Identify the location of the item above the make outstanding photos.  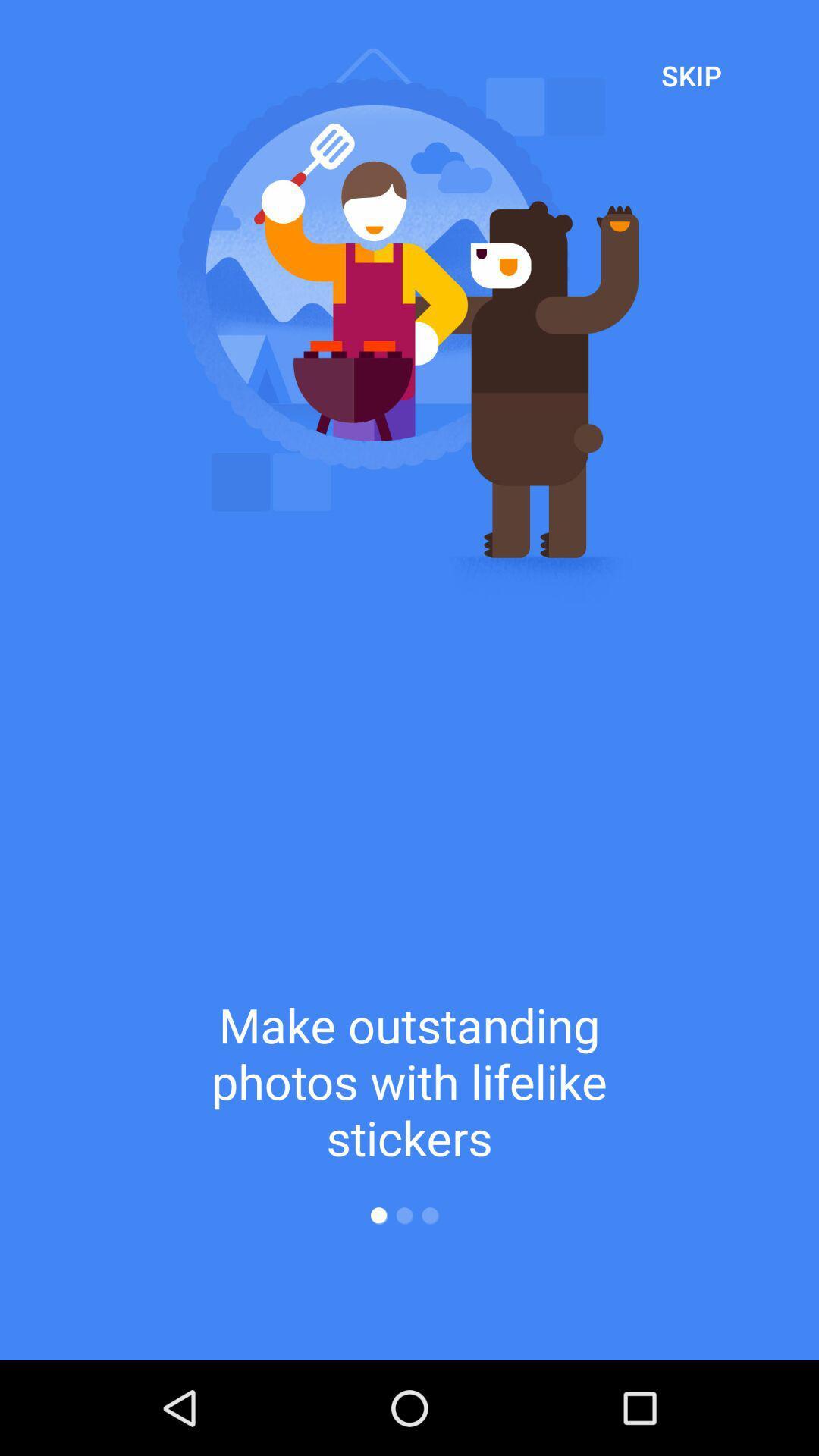
(691, 74).